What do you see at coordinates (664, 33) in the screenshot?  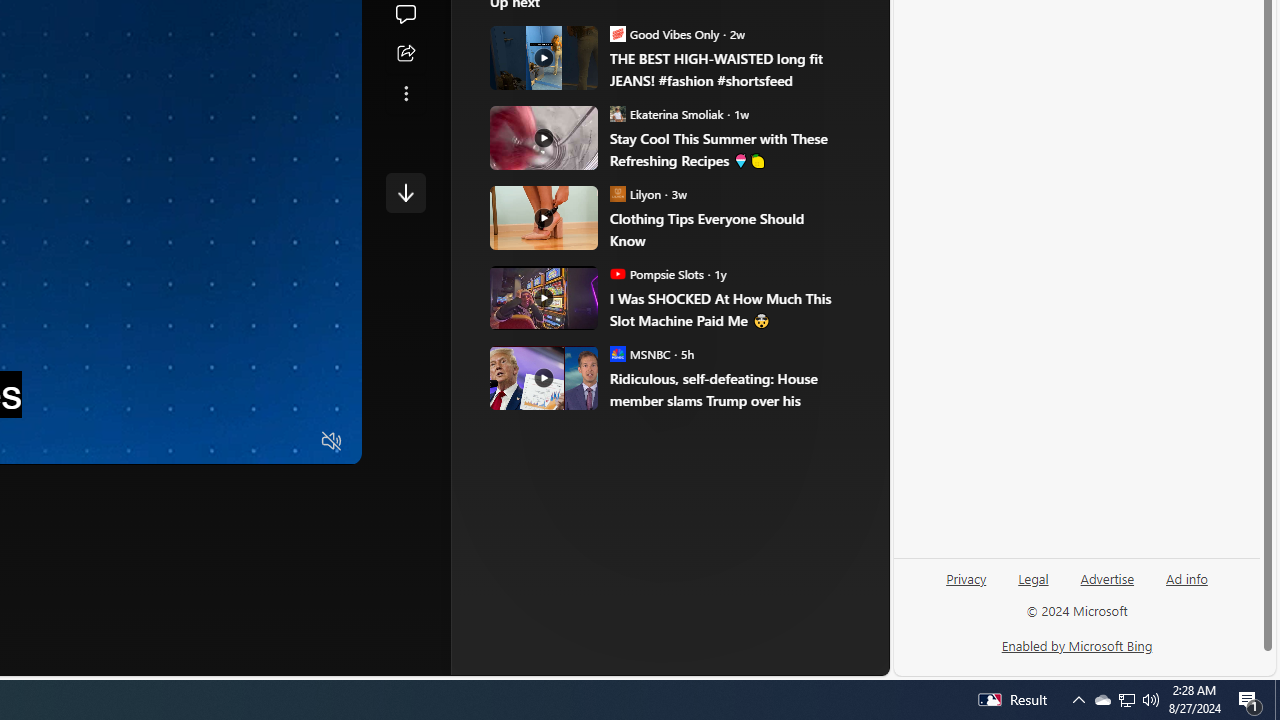 I see `'Good Vibes Only Good Vibes Only'` at bounding box center [664, 33].